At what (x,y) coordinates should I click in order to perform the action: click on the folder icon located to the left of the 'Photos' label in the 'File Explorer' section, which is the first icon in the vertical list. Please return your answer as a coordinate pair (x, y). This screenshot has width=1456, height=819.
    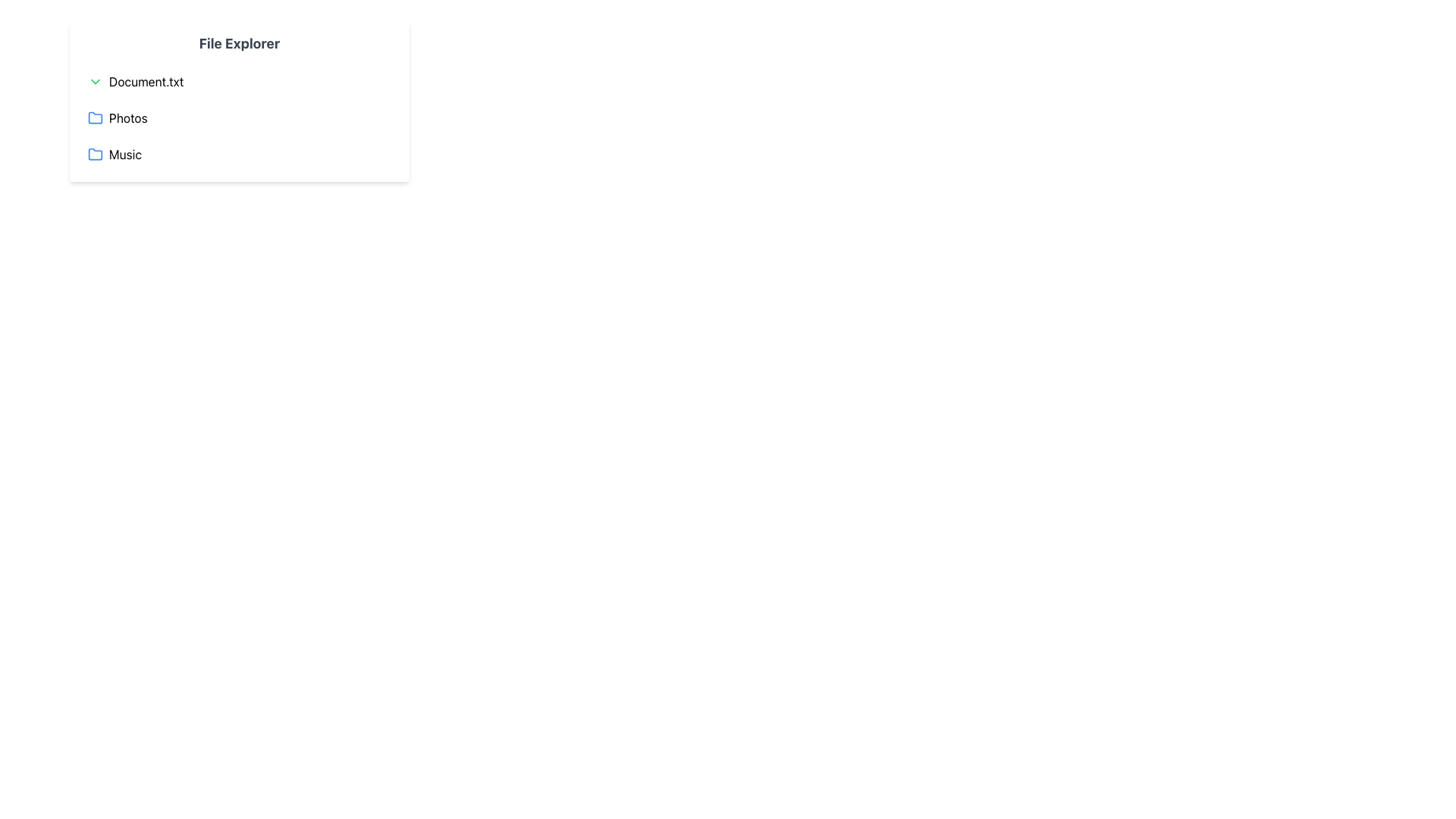
    Looking at the image, I should click on (94, 117).